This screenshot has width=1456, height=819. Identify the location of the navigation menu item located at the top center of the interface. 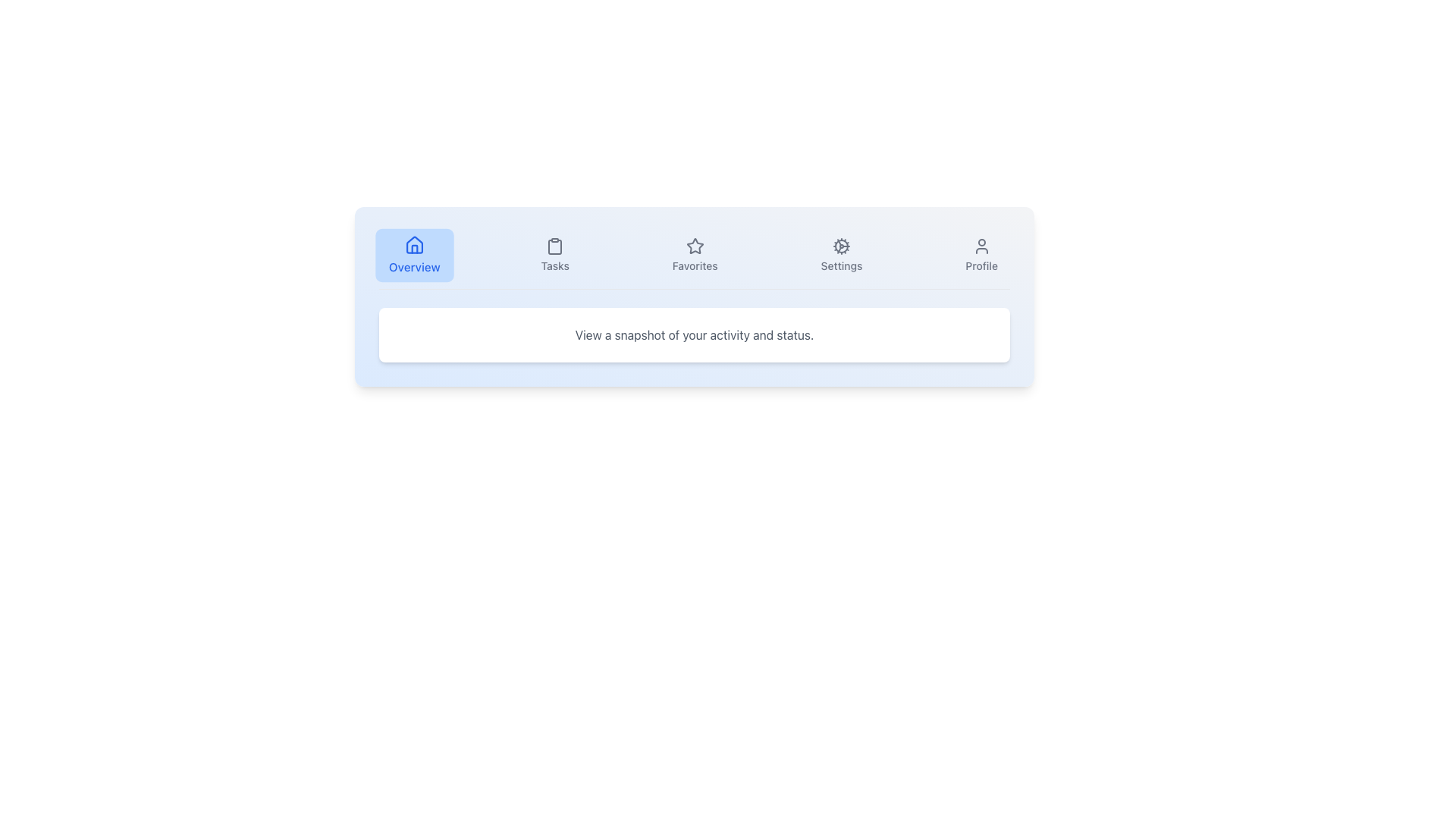
(694, 259).